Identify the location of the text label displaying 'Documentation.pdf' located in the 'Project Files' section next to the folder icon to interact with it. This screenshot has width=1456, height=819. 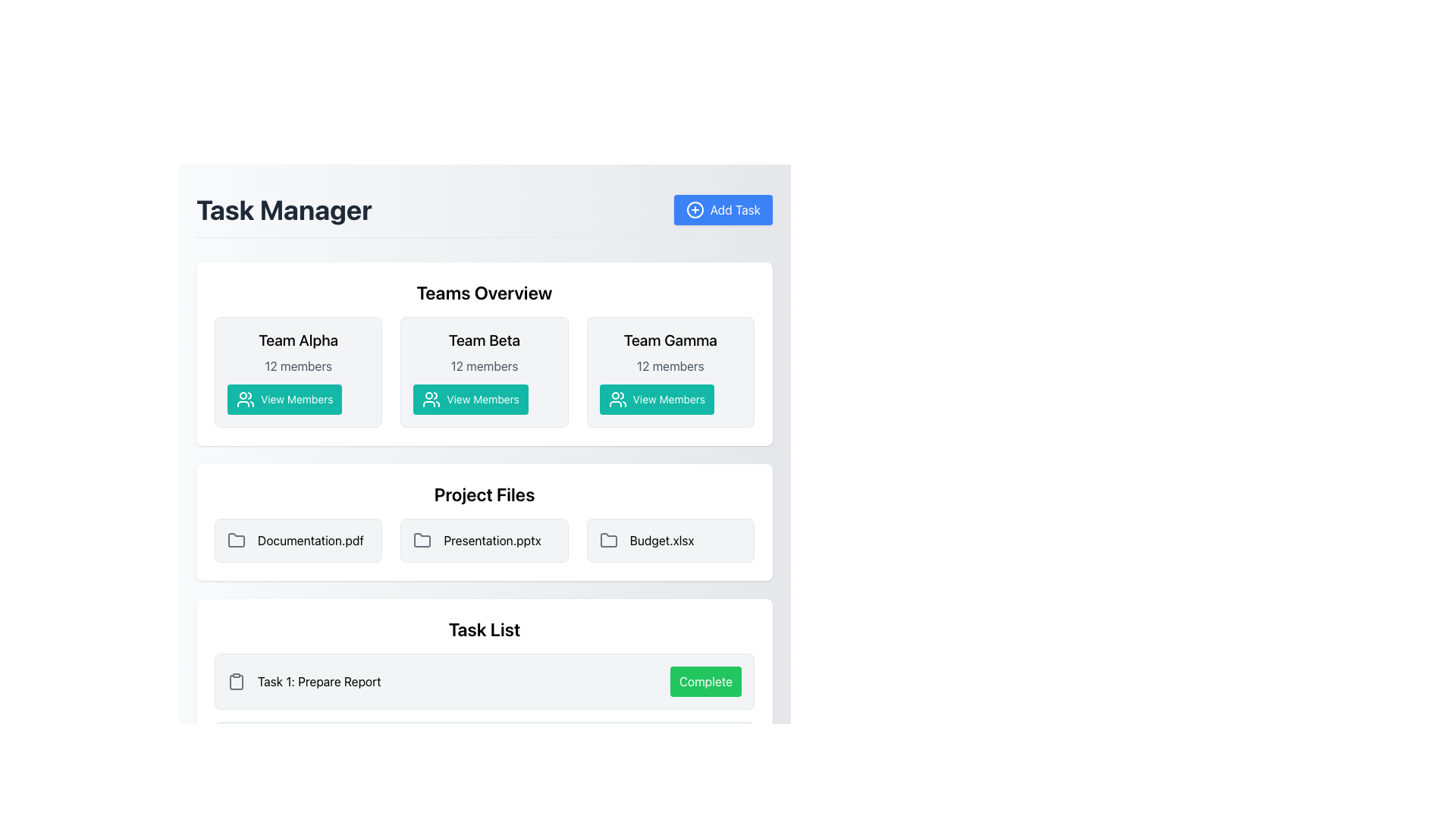
(309, 540).